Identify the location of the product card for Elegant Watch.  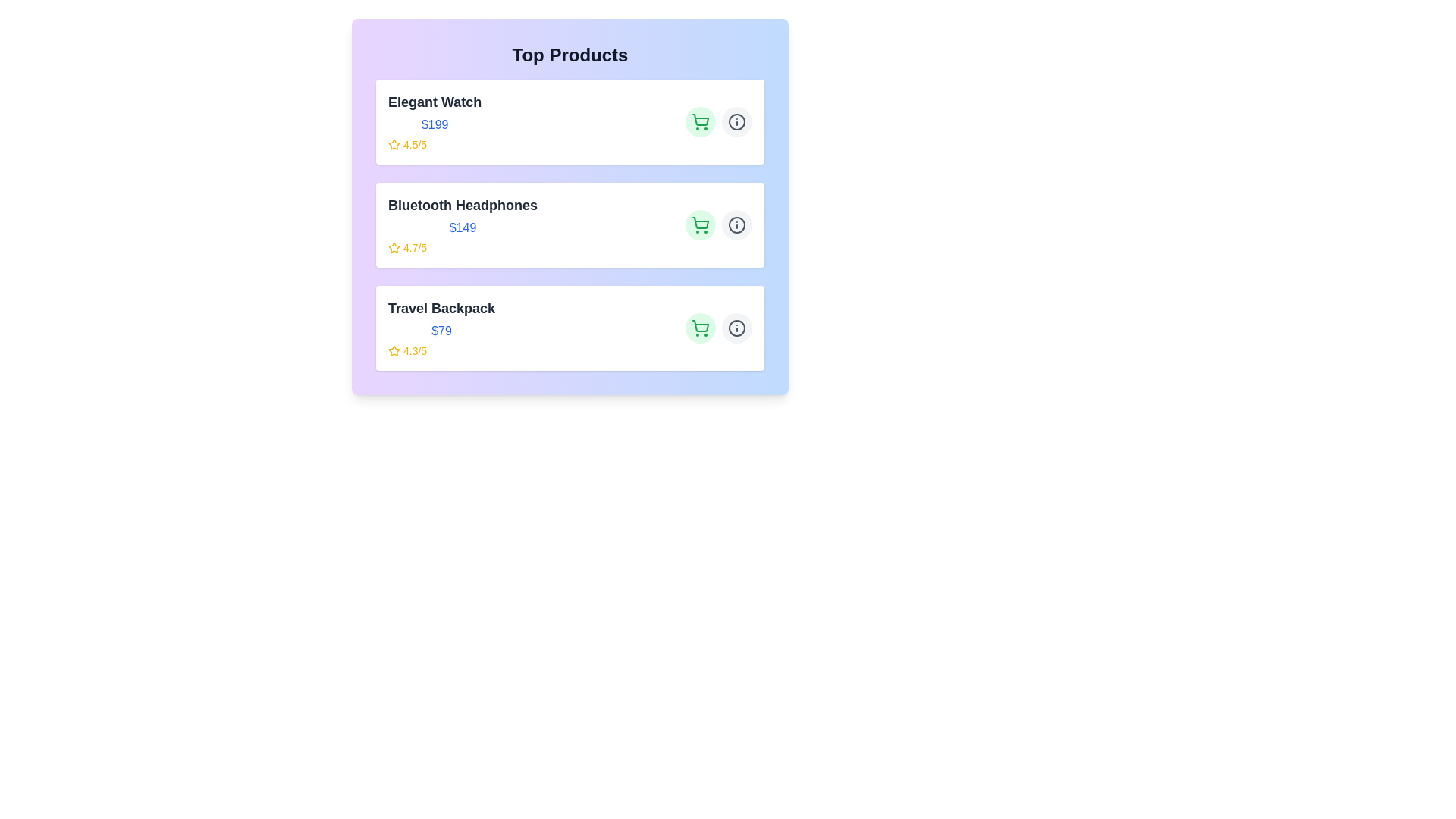
(570, 121).